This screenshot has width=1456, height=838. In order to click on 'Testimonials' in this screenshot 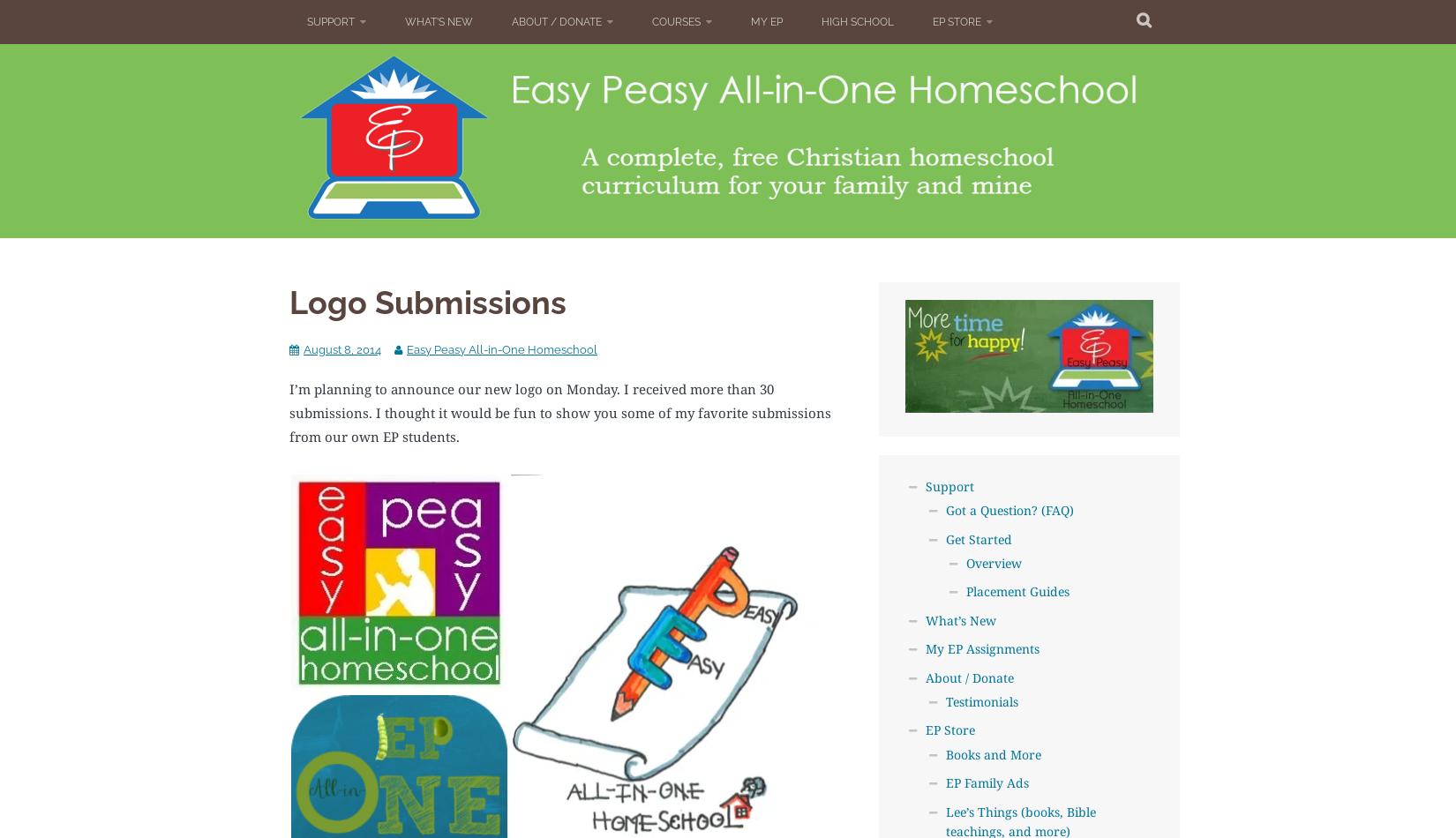, I will do `click(980, 700)`.